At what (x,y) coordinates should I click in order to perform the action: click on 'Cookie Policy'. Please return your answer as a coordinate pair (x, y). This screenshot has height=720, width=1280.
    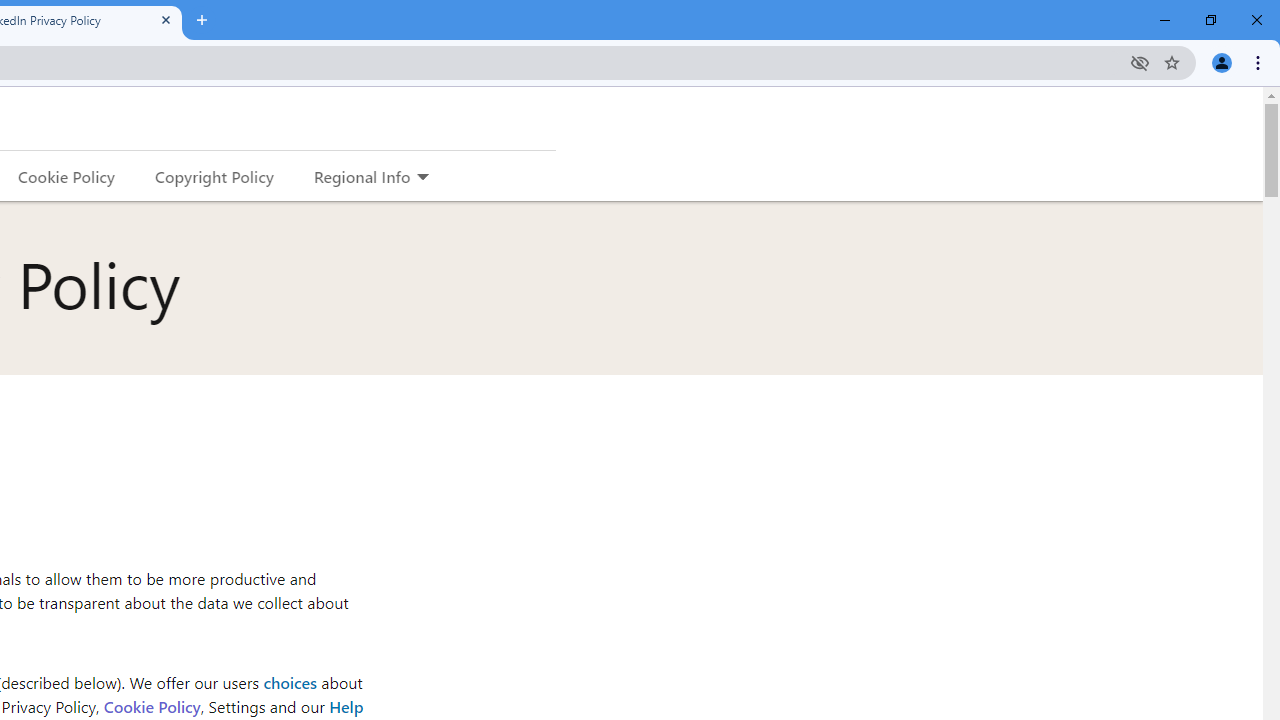
    Looking at the image, I should click on (150, 705).